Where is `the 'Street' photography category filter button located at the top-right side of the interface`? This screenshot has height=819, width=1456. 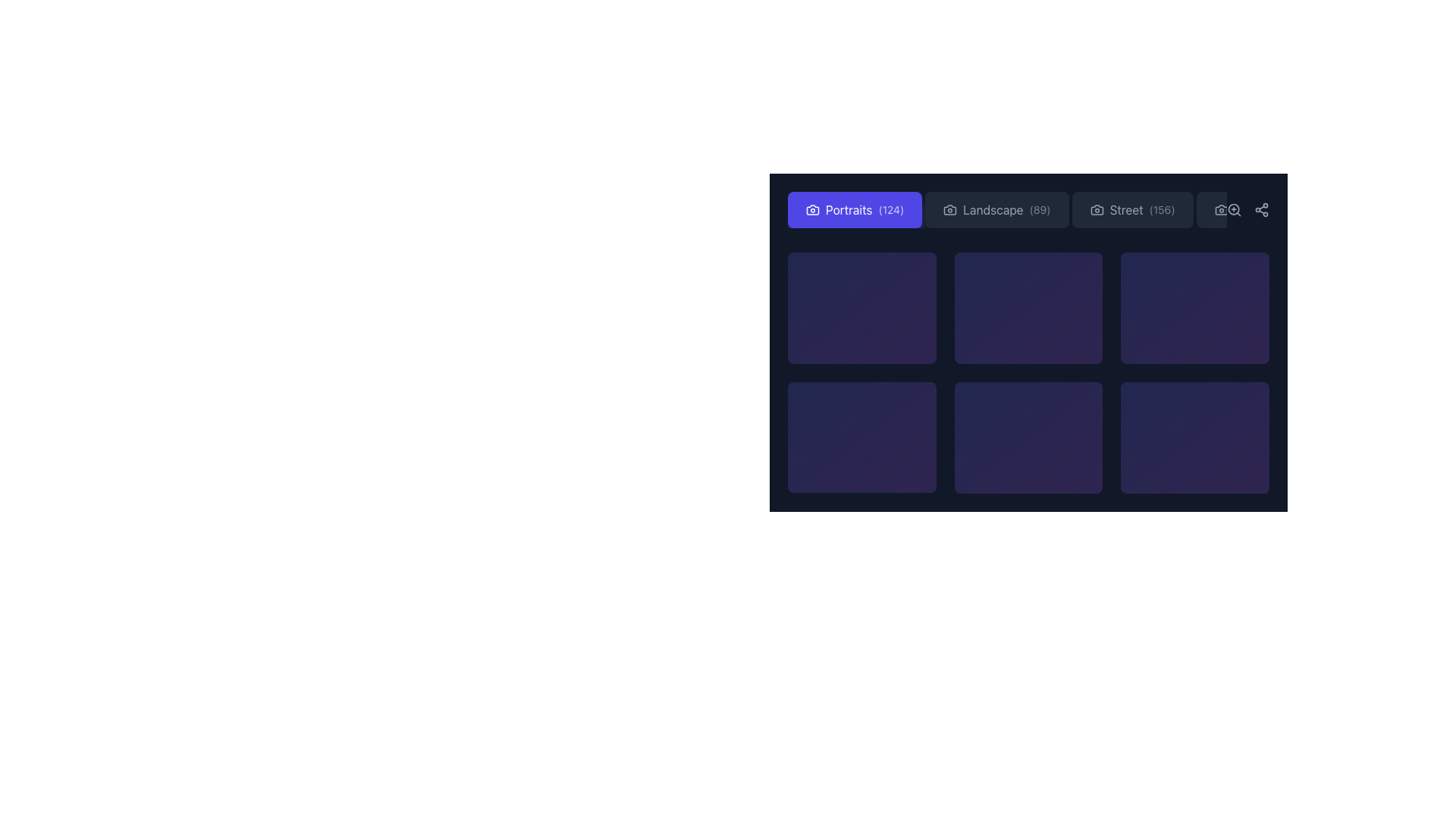 the 'Street' photography category filter button located at the top-right side of the interface is located at coordinates (1132, 210).